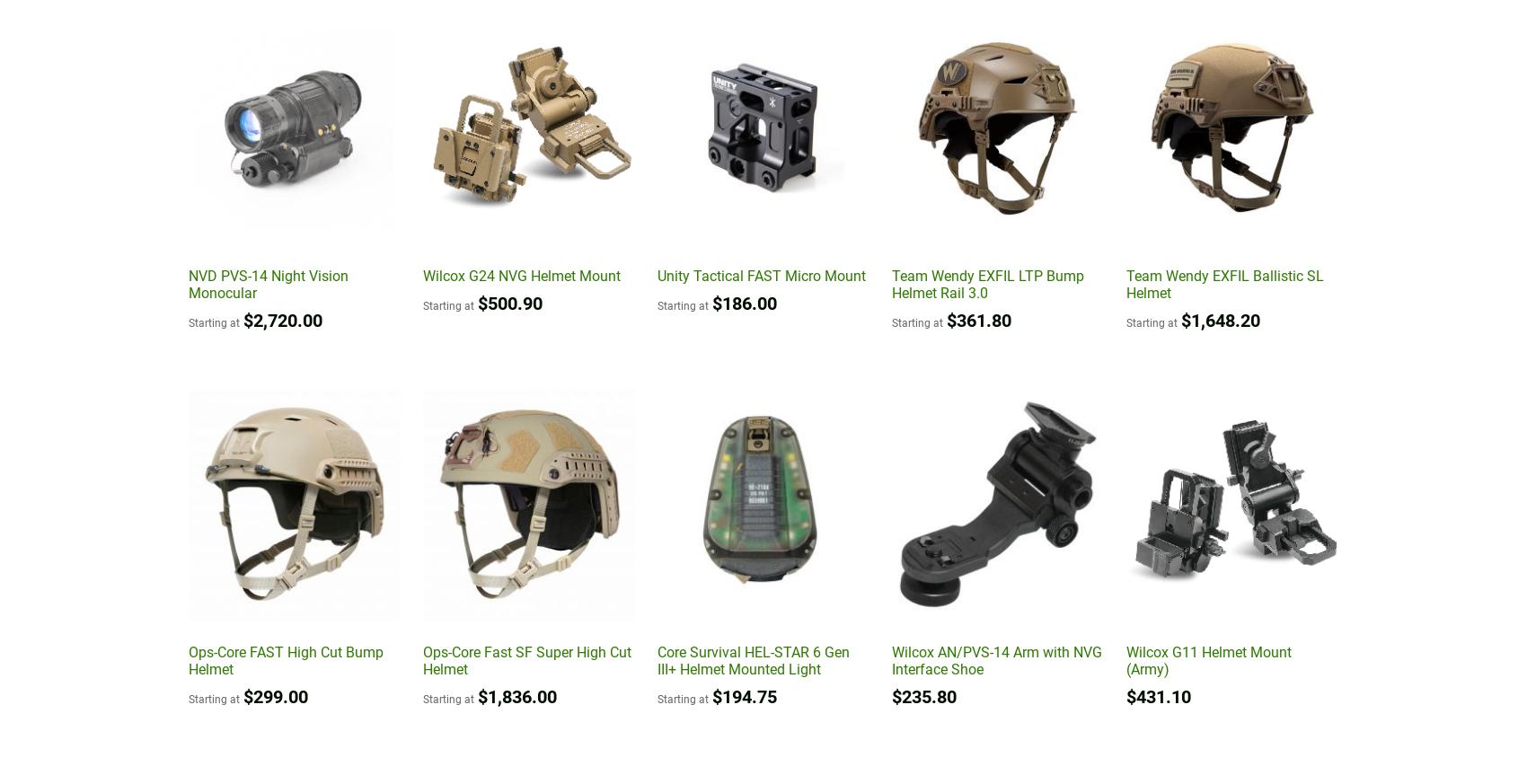 The height and width of the screenshot is (784, 1527). I want to click on '$194.75', so click(743, 696).